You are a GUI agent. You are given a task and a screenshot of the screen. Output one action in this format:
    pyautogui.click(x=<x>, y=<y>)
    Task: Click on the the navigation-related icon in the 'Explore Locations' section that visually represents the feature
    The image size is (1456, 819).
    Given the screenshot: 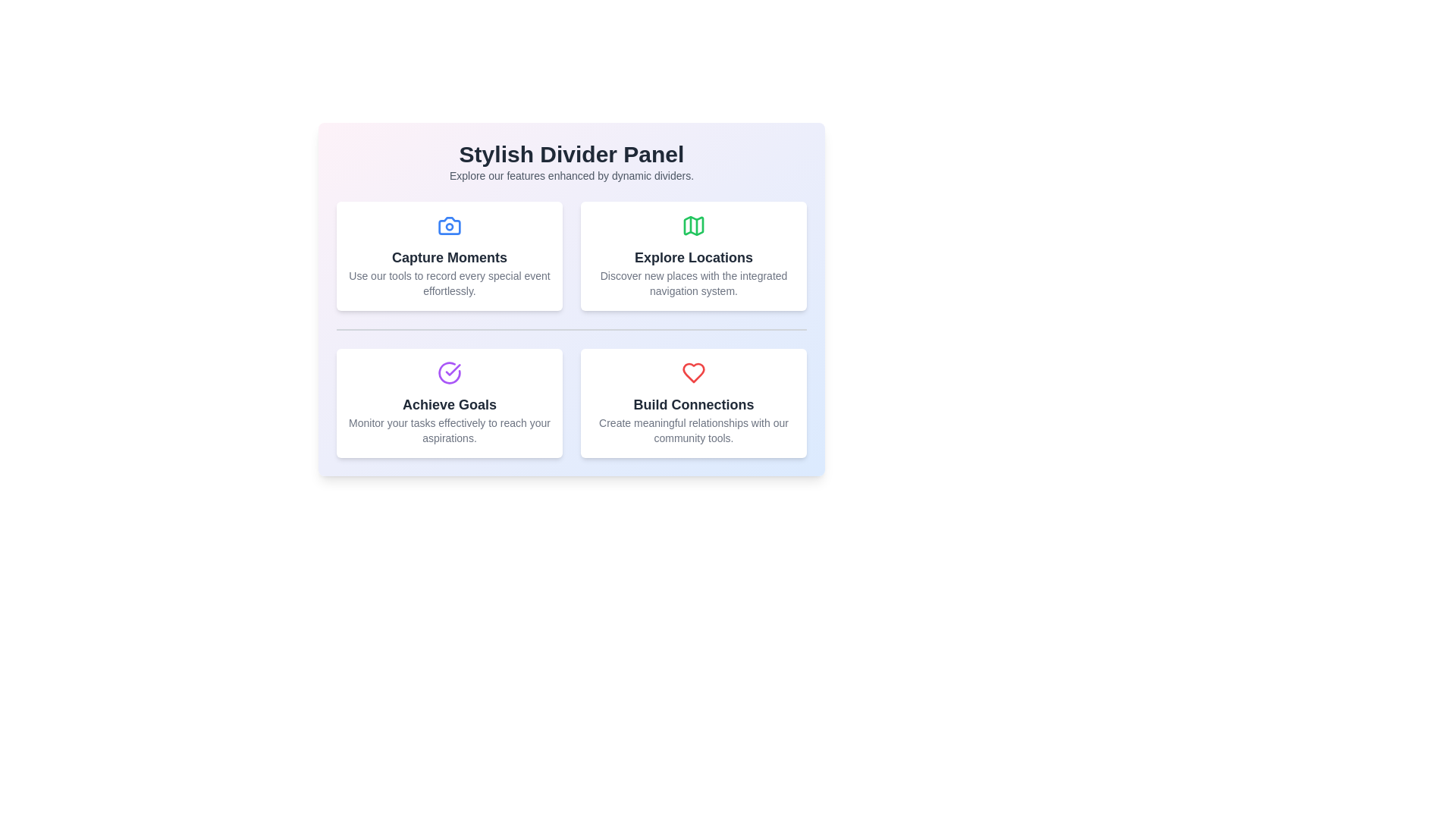 What is the action you would take?
    pyautogui.click(x=693, y=225)
    